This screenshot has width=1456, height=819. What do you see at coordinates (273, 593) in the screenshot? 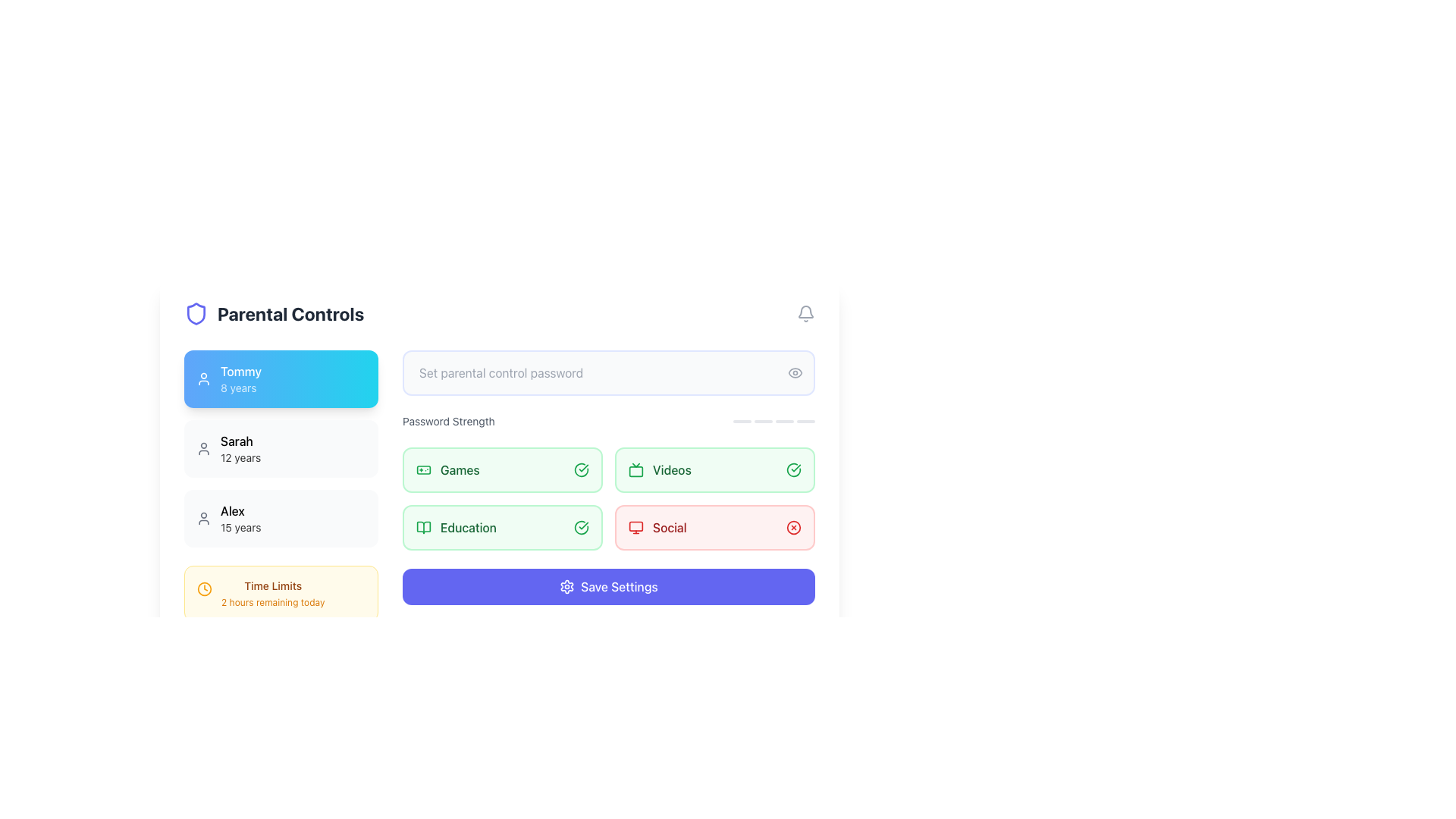
I see `the 'Time Limits' Text Display, which features a medium-sized amber title and a smaller subtitle indicating '2 hours remaining today', located near the bottom left of the interface` at bounding box center [273, 593].